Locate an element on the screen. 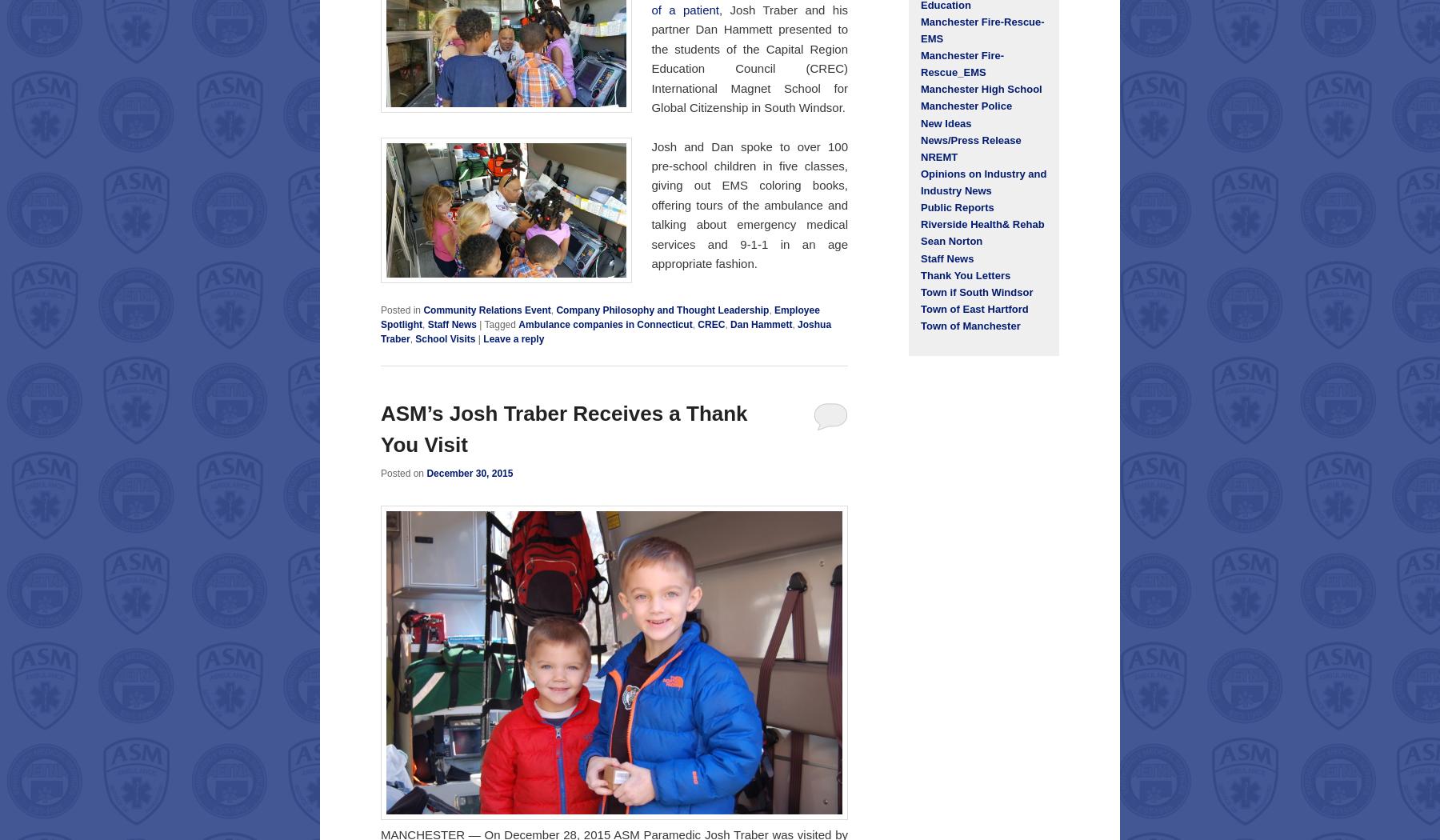 Image resolution: width=1440 pixels, height=840 pixels. 'Town of Manchester' is located at coordinates (970, 326).